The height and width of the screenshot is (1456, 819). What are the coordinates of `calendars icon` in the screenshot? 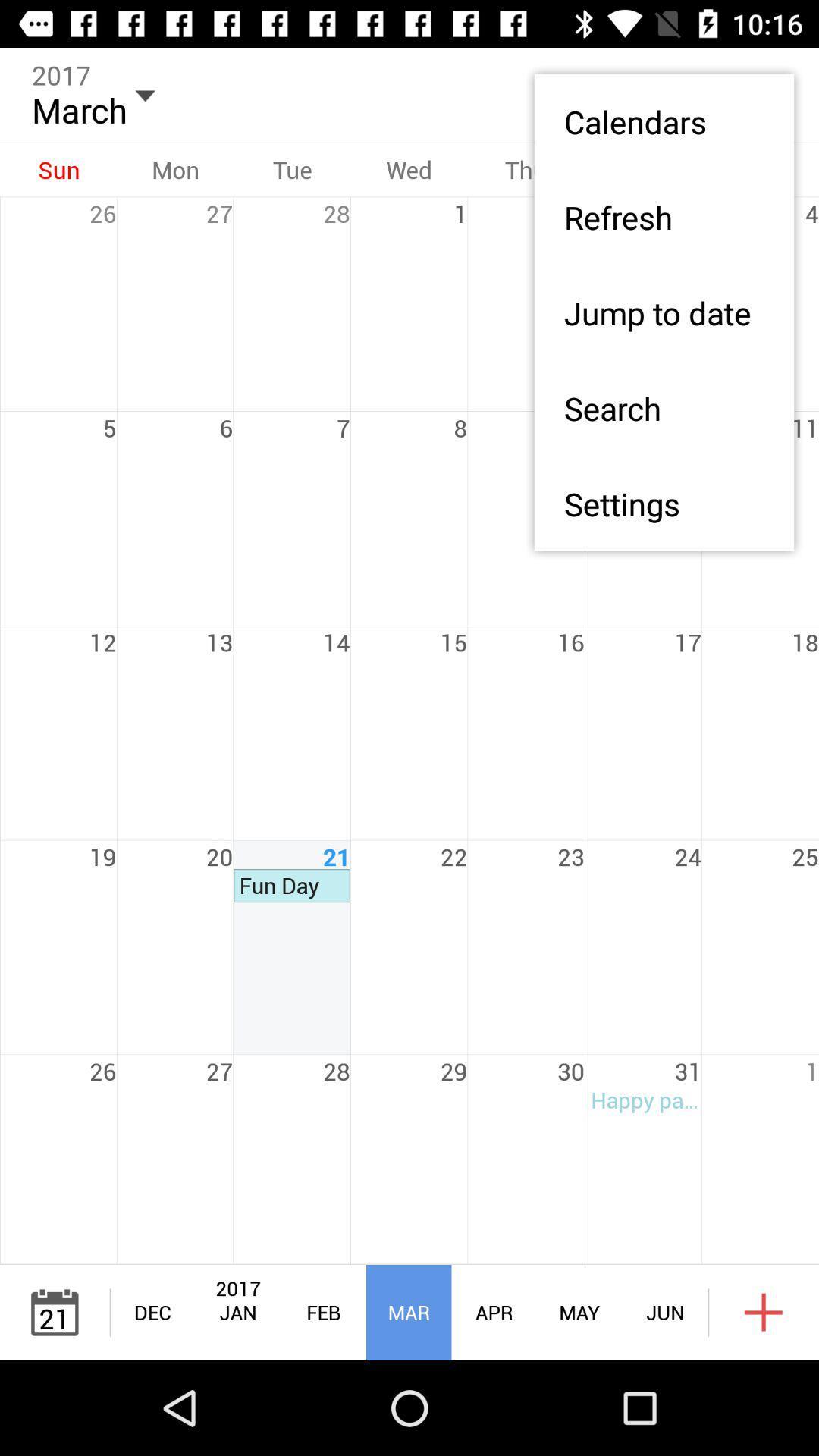 It's located at (663, 121).